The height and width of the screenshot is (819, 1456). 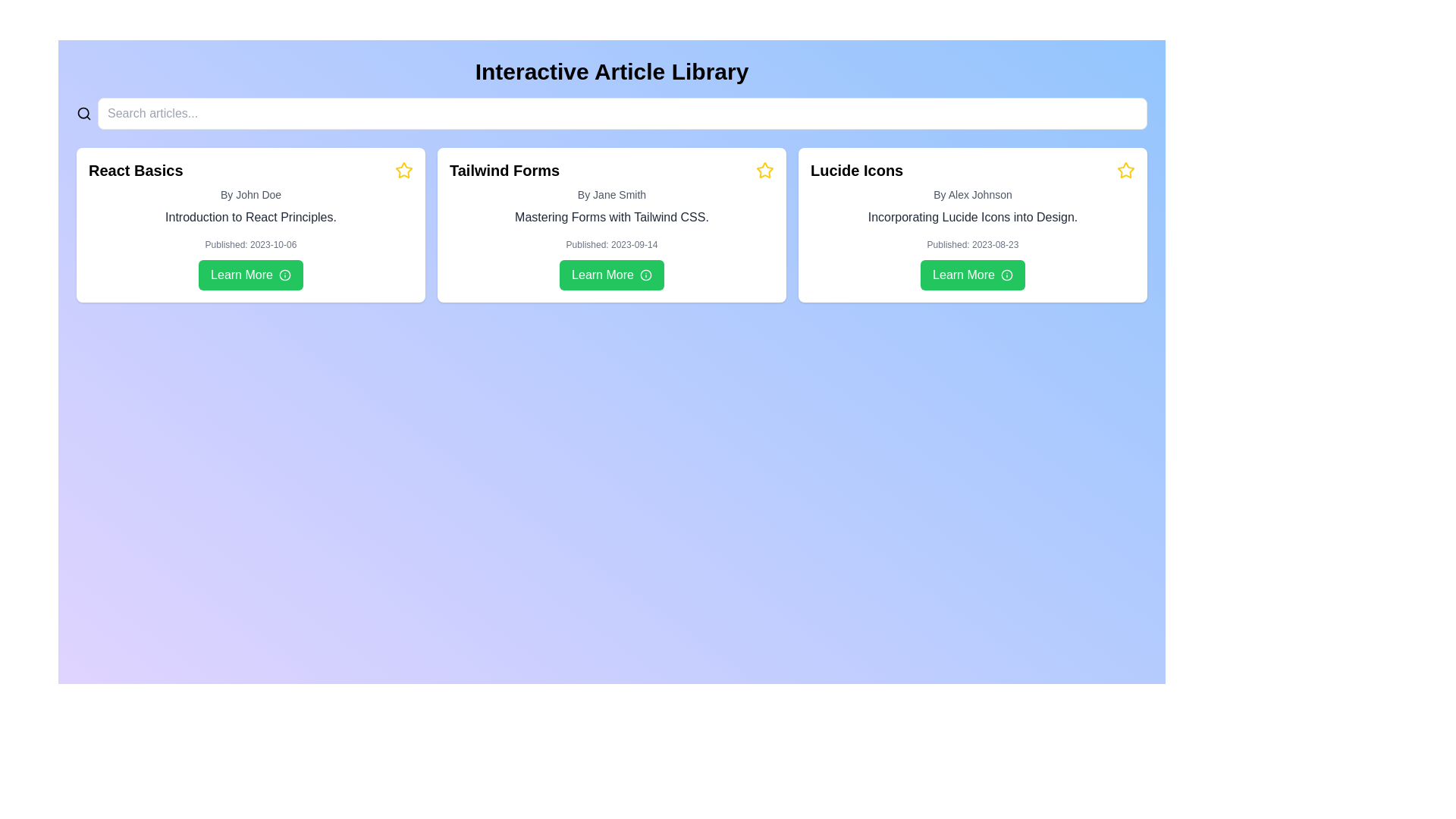 What do you see at coordinates (284, 275) in the screenshot?
I see `the circular informational icon with a lowercase 'i' inside it, located on the right side of the 'Learn More' button in the React Basics card` at bounding box center [284, 275].